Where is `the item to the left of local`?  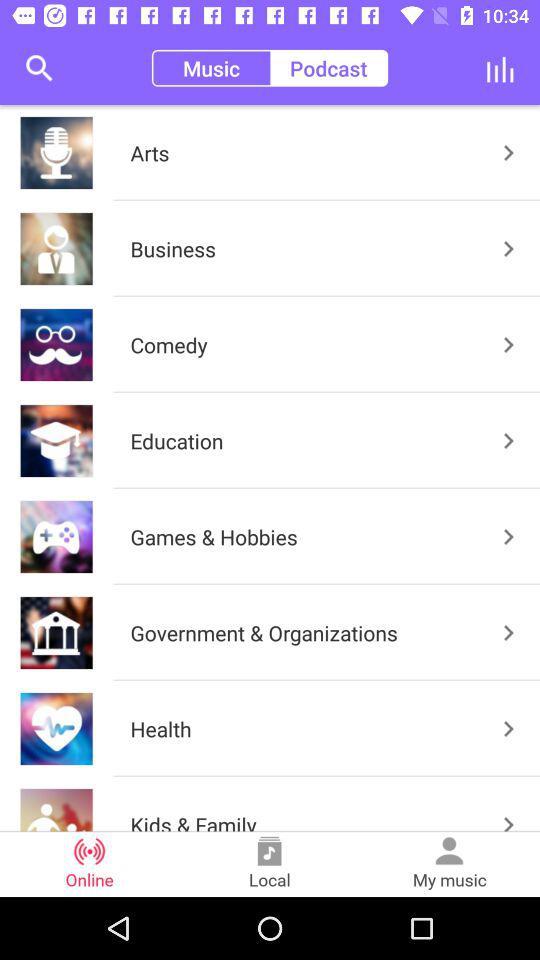
the item to the left of local is located at coordinates (89, 863).